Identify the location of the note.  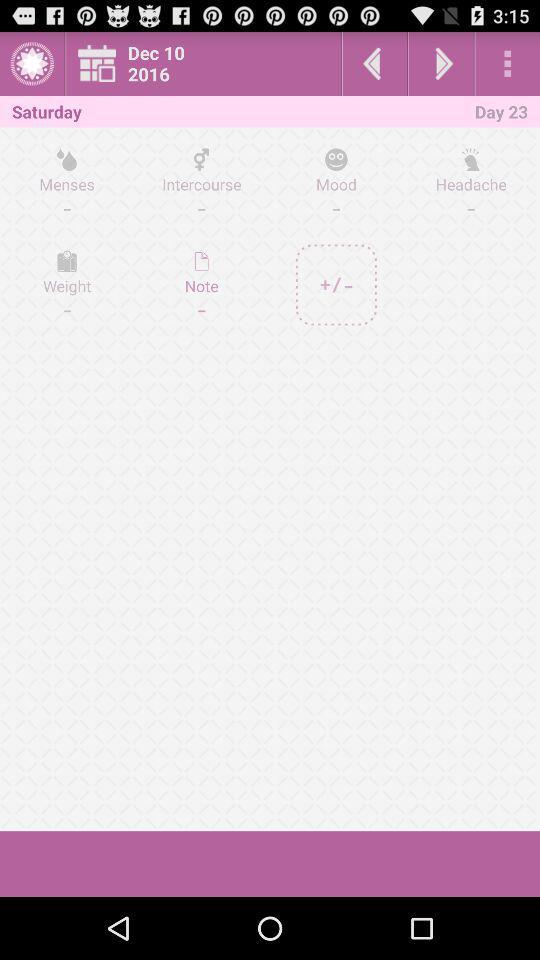
(201, 284).